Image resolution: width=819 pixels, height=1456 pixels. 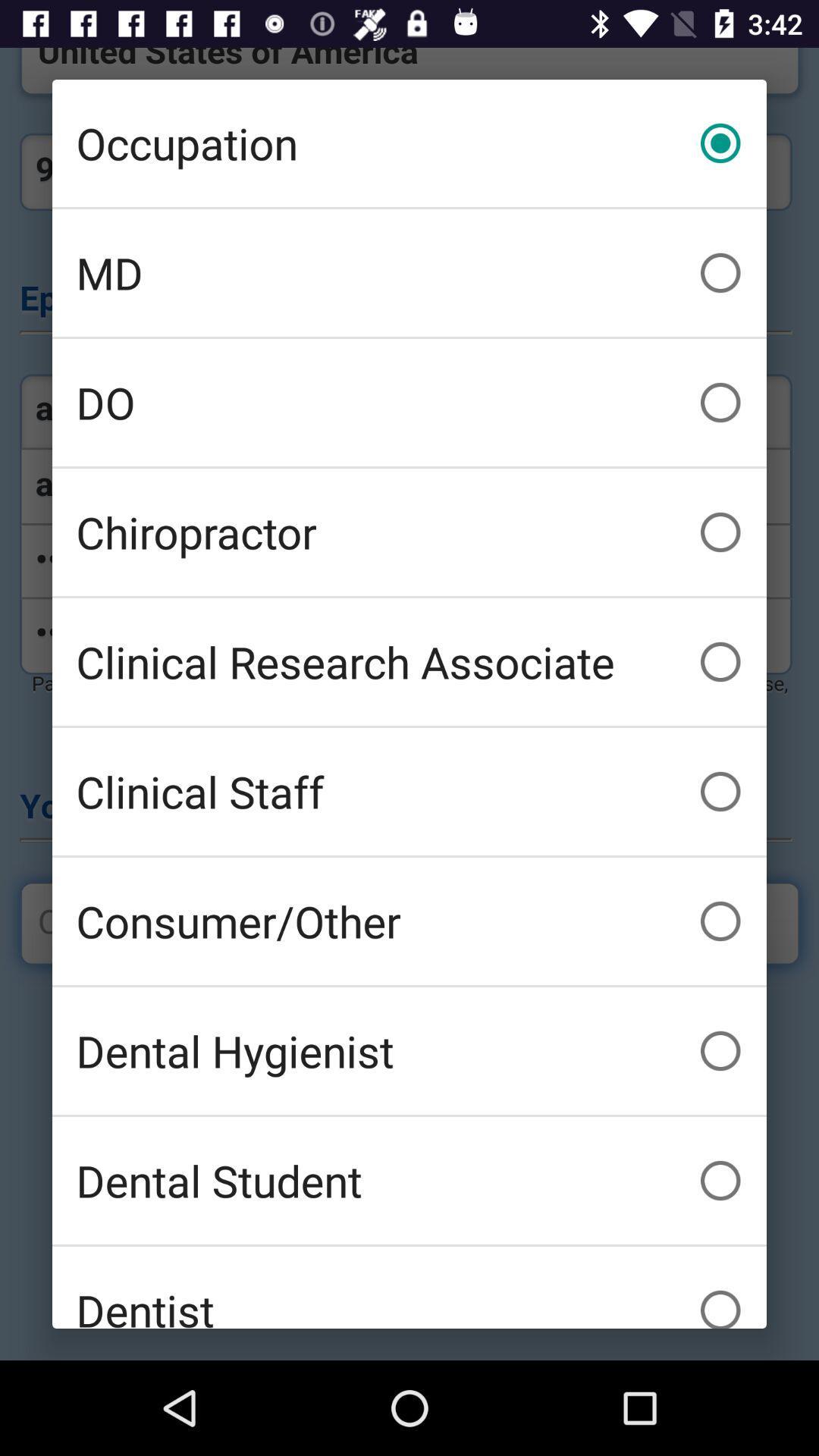 What do you see at coordinates (409, 790) in the screenshot?
I see `clinical staff` at bounding box center [409, 790].